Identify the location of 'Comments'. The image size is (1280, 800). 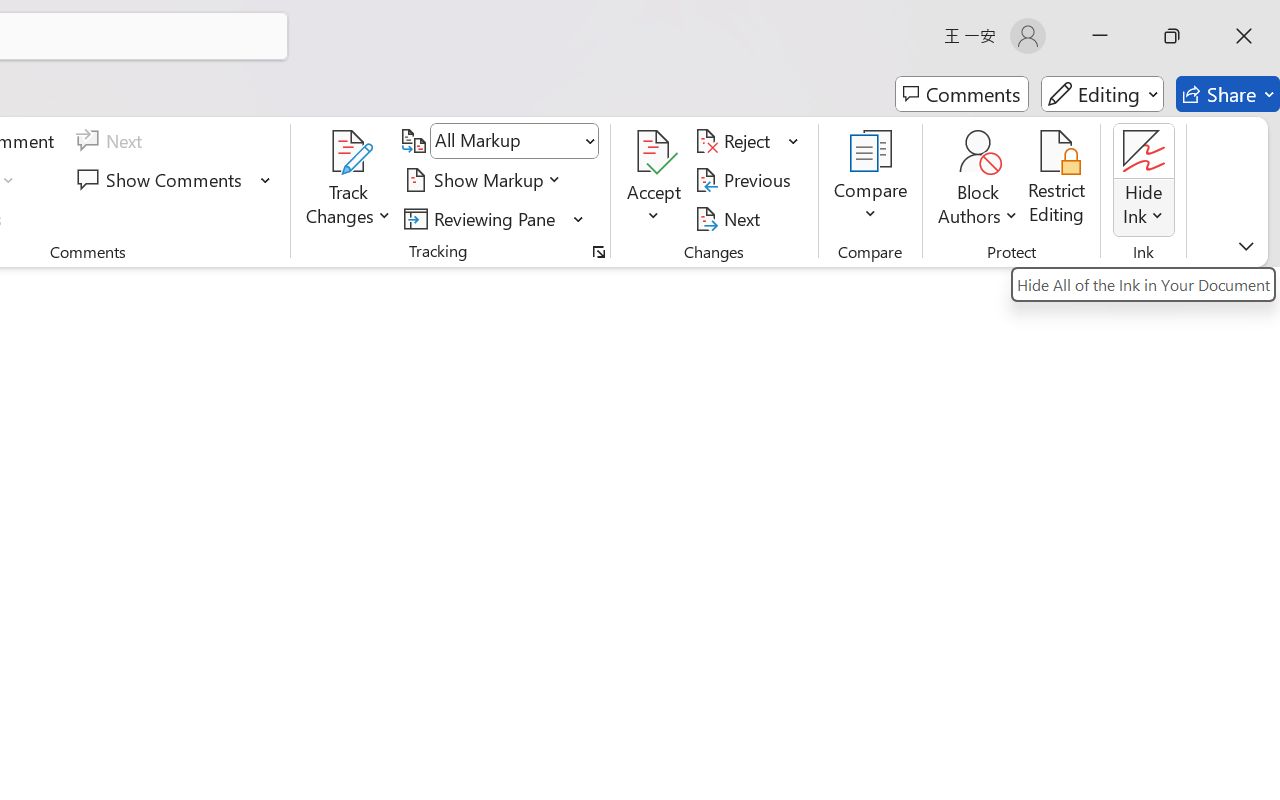
(961, 94).